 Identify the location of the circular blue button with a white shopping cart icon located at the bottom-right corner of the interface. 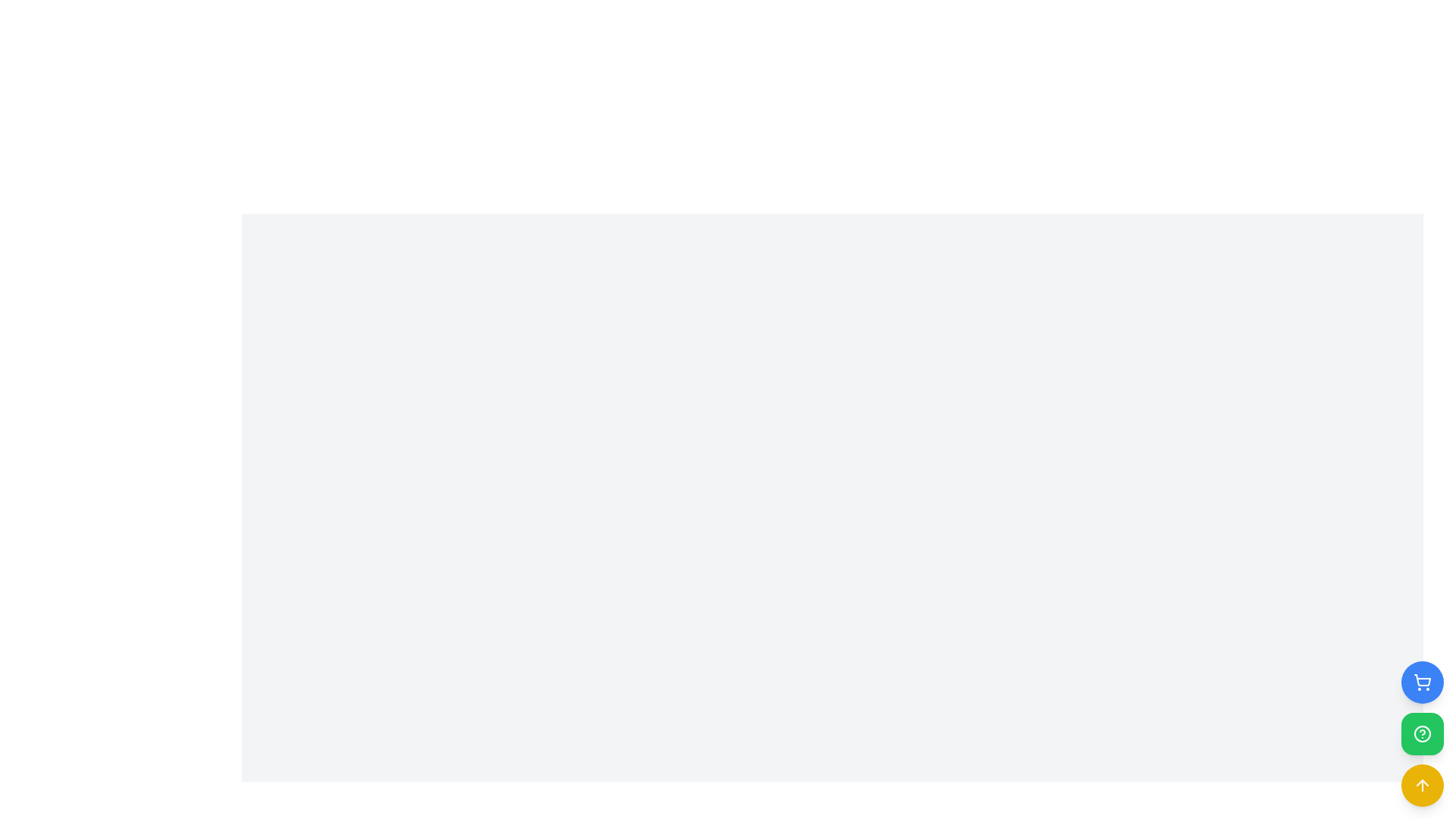
(1422, 681).